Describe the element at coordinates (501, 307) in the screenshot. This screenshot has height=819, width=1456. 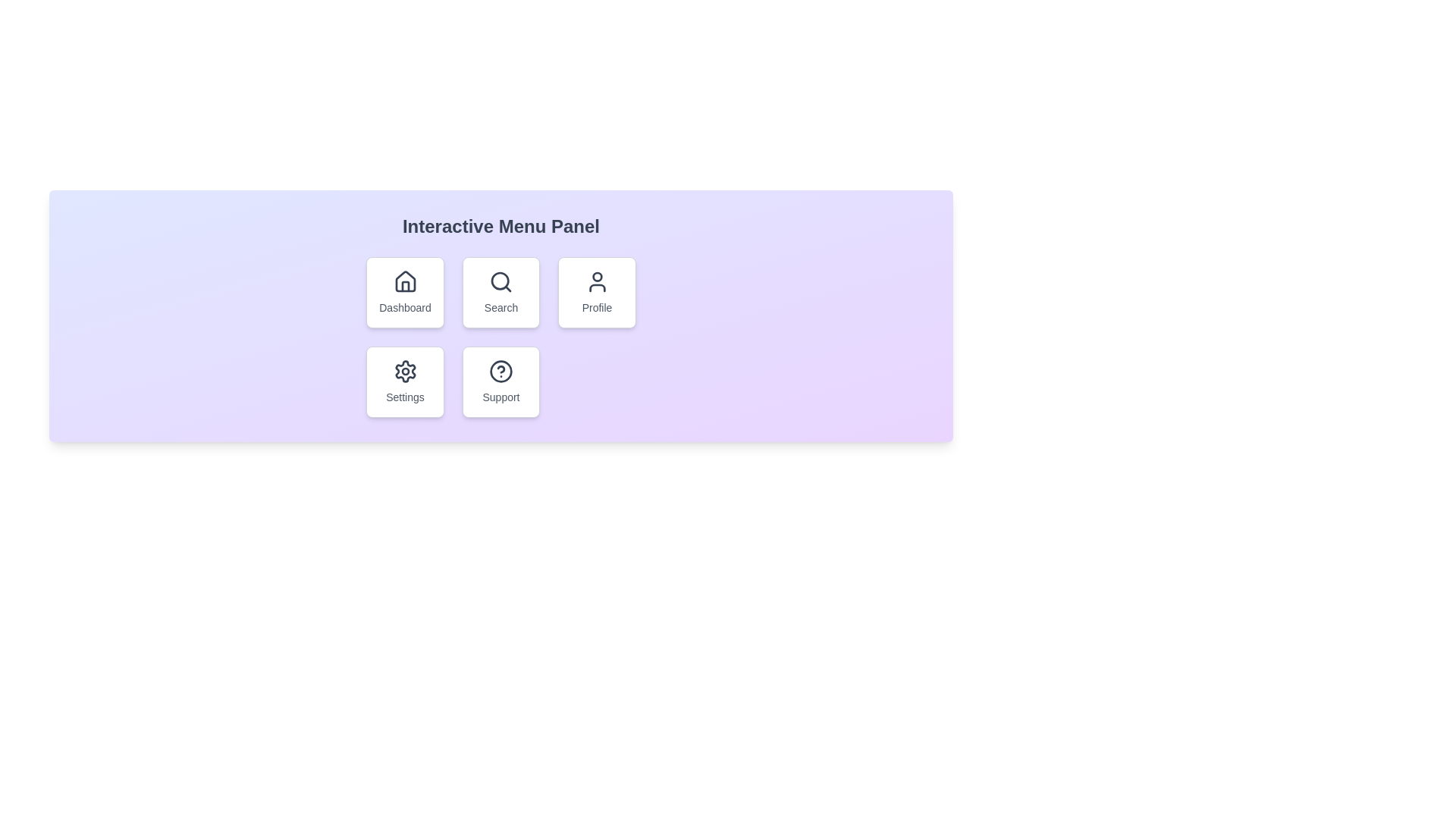
I see `the text label "Search" located within the second button of the top row in a button panel, which is part of a 2x3 grid layout` at that location.